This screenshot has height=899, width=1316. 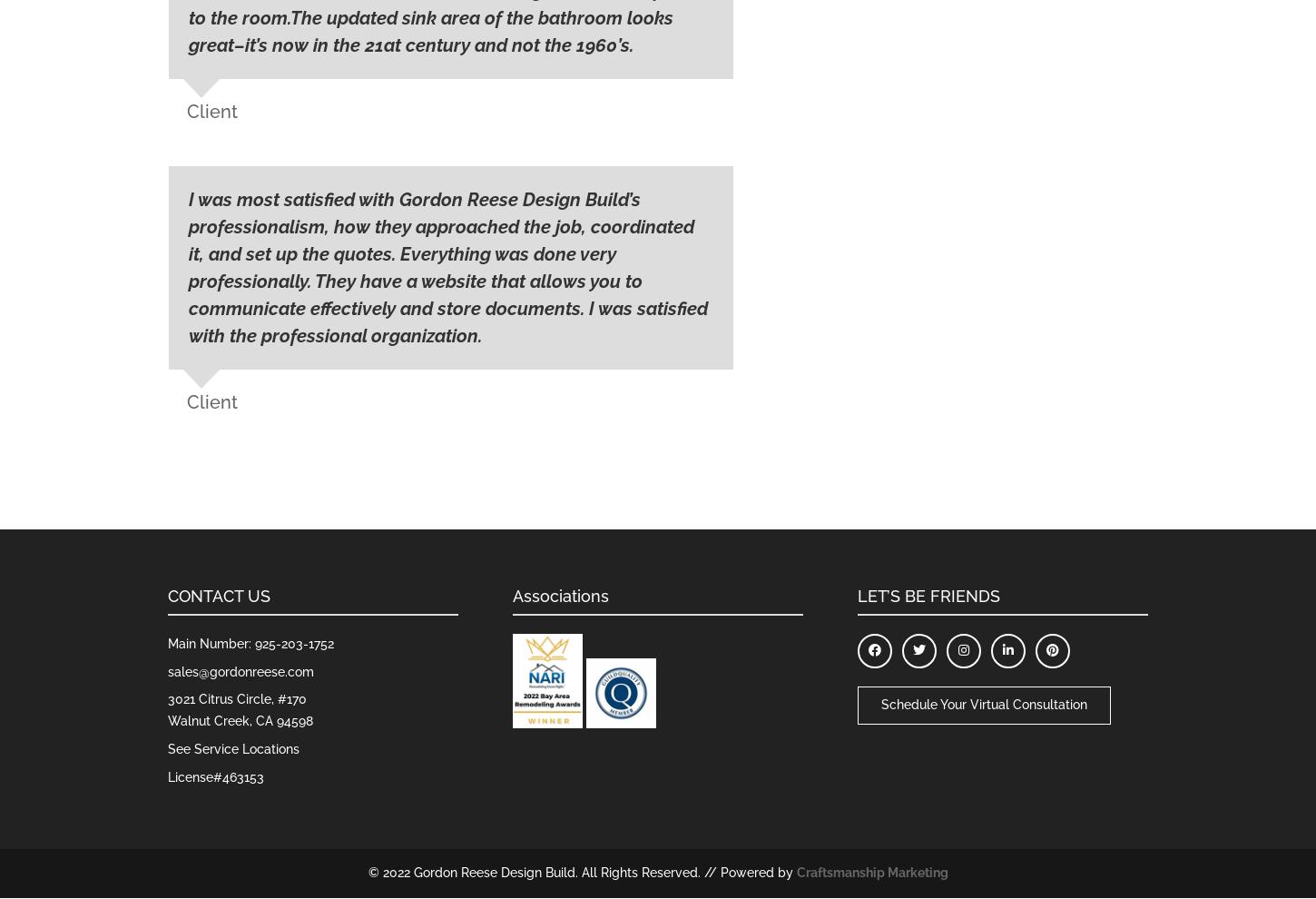 I want to click on 'Walnut Creek, CA 94598', so click(x=241, y=719).